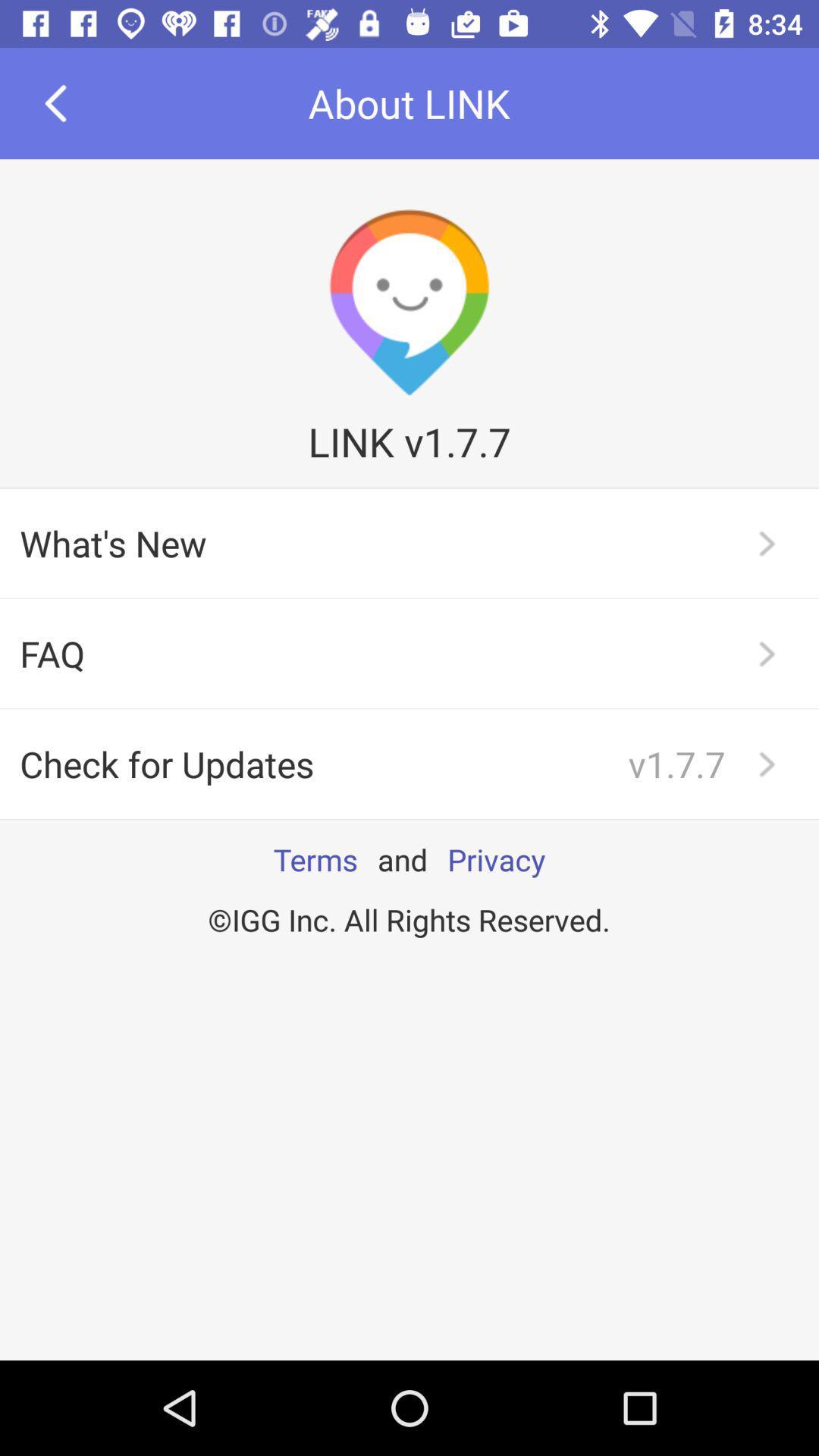 The image size is (819, 1456). I want to click on the what's new app, so click(409, 543).